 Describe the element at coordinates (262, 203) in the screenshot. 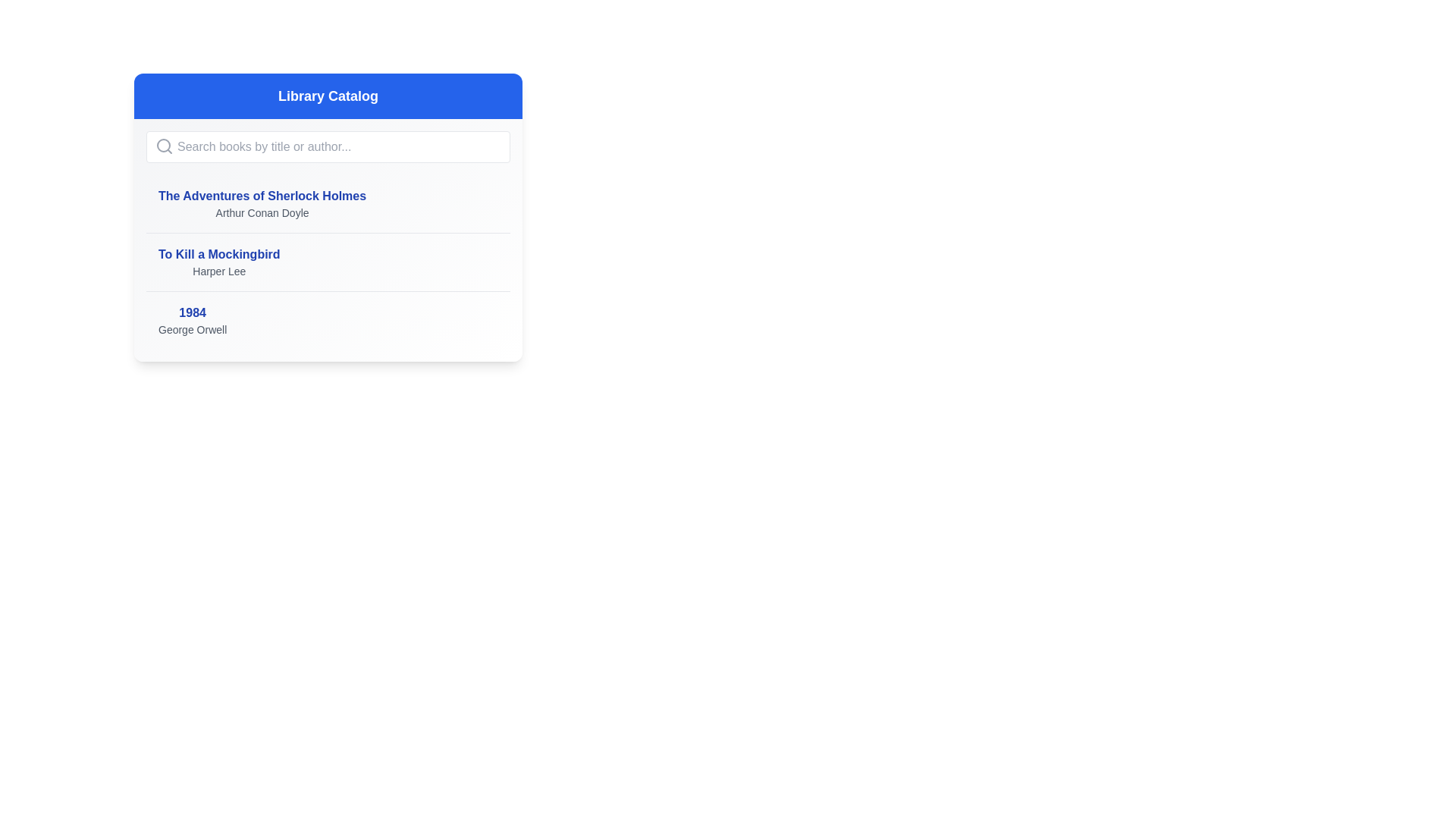

I see `the text block titled 'The Adventures of Sherlock Holmes' by 'Arthur Conan Doyle', which is the first item in the library catalog section directly below the search bar` at that location.